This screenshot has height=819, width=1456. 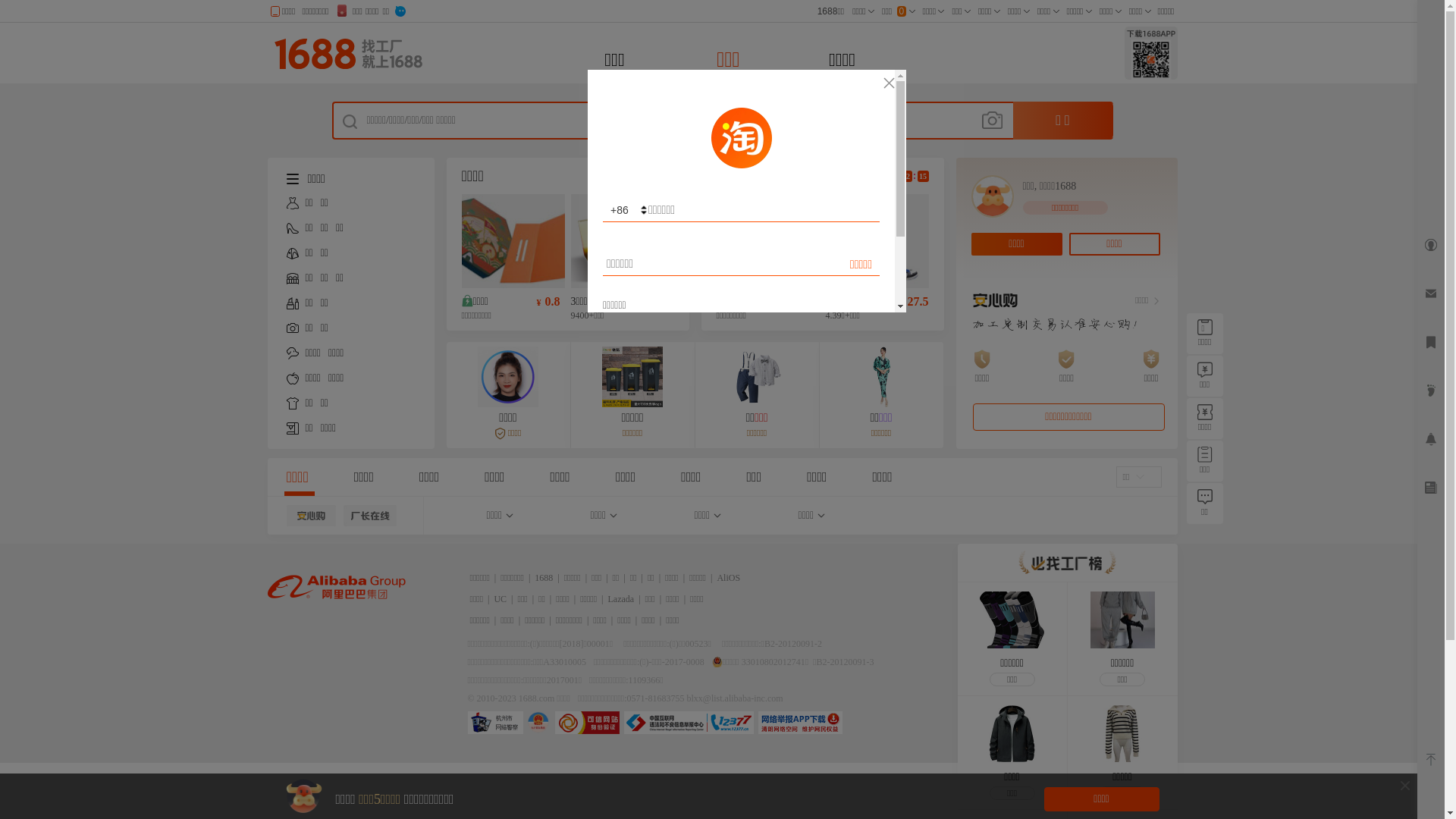 What do you see at coordinates (728, 578) in the screenshot?
I see `'AliOS'` at bounding box center [728, 578].